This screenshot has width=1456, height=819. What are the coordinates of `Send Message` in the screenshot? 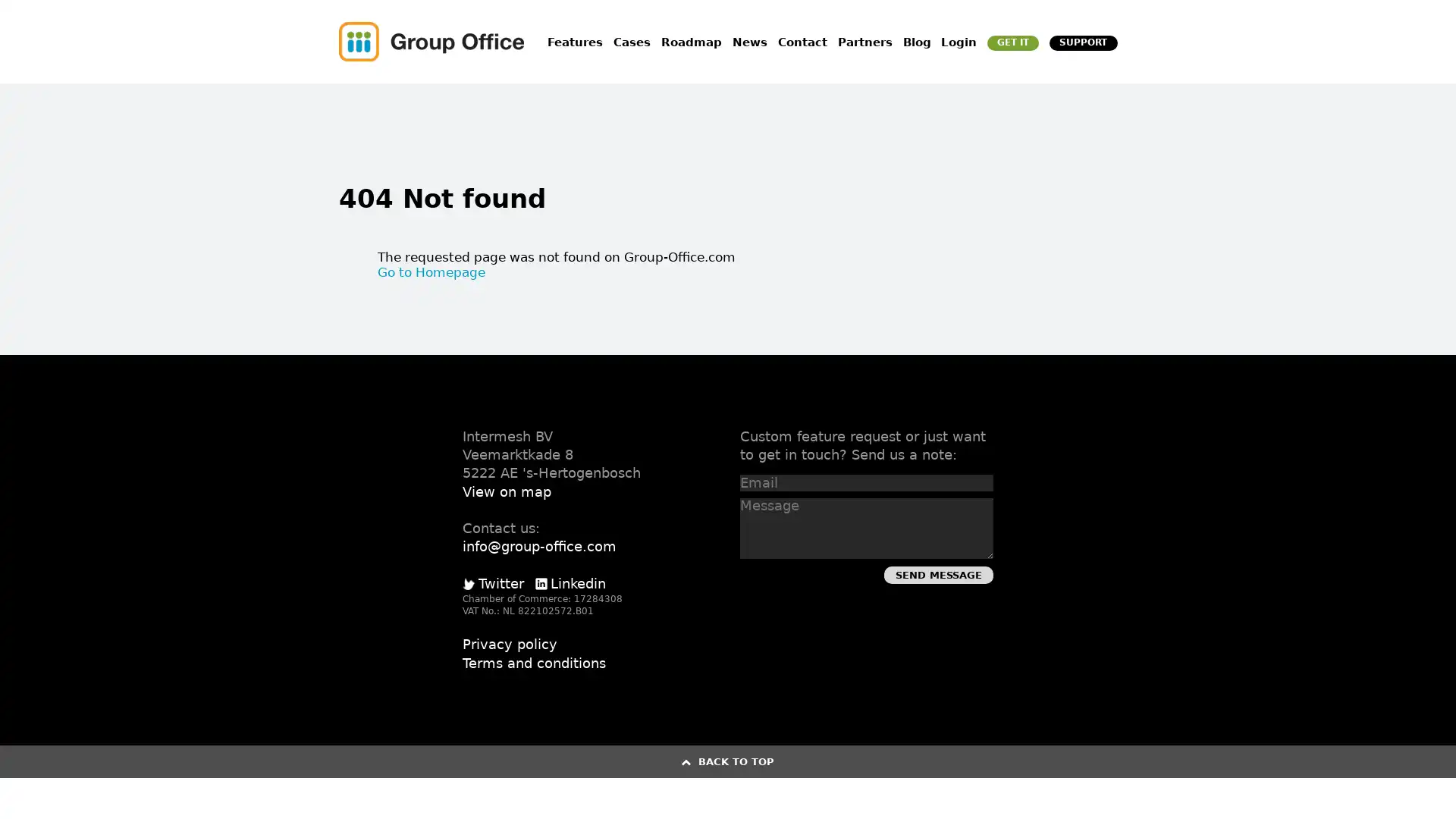 It's located at (937, 575).